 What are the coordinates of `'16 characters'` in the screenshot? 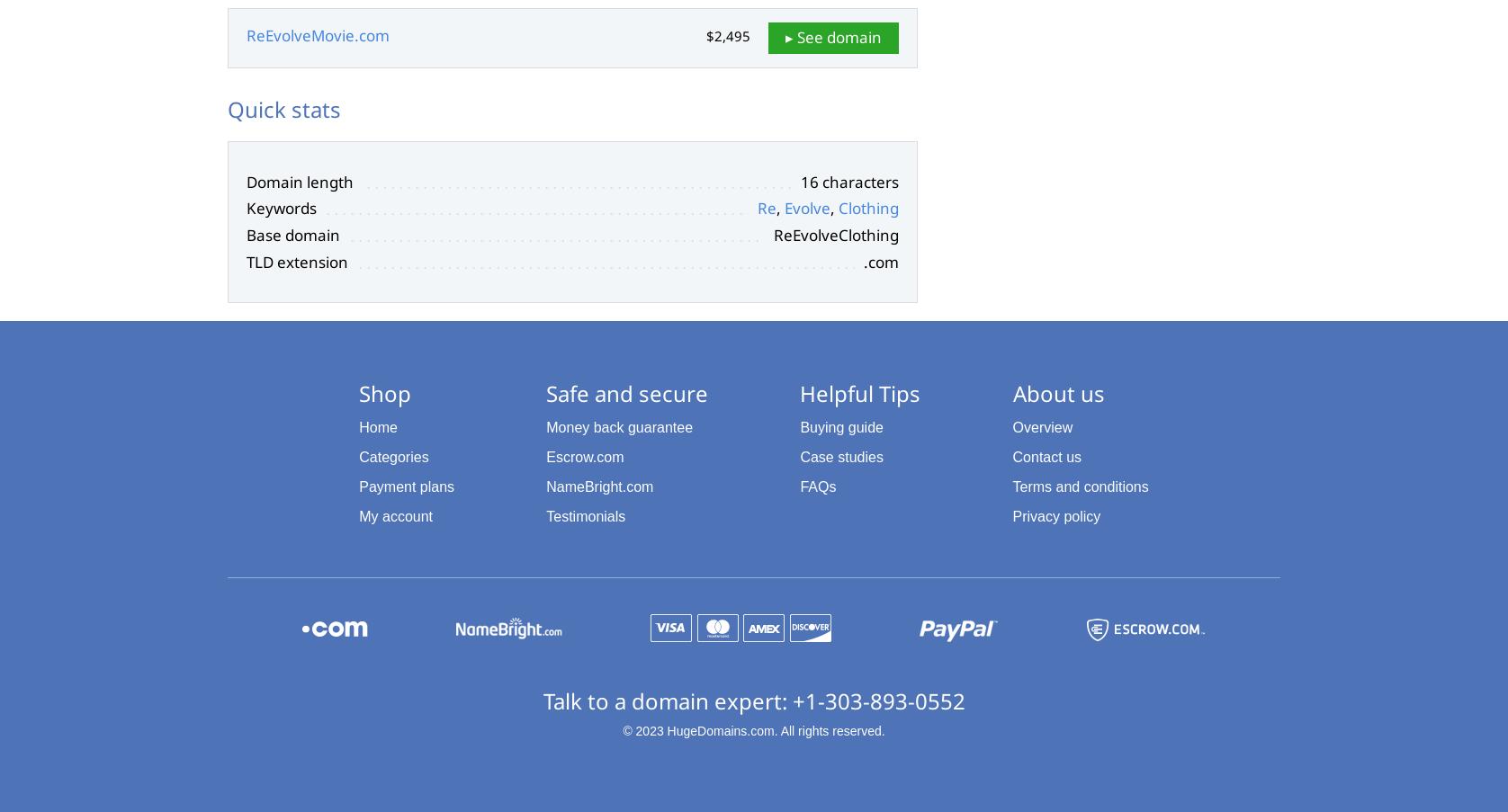 It's located at (800, 181).